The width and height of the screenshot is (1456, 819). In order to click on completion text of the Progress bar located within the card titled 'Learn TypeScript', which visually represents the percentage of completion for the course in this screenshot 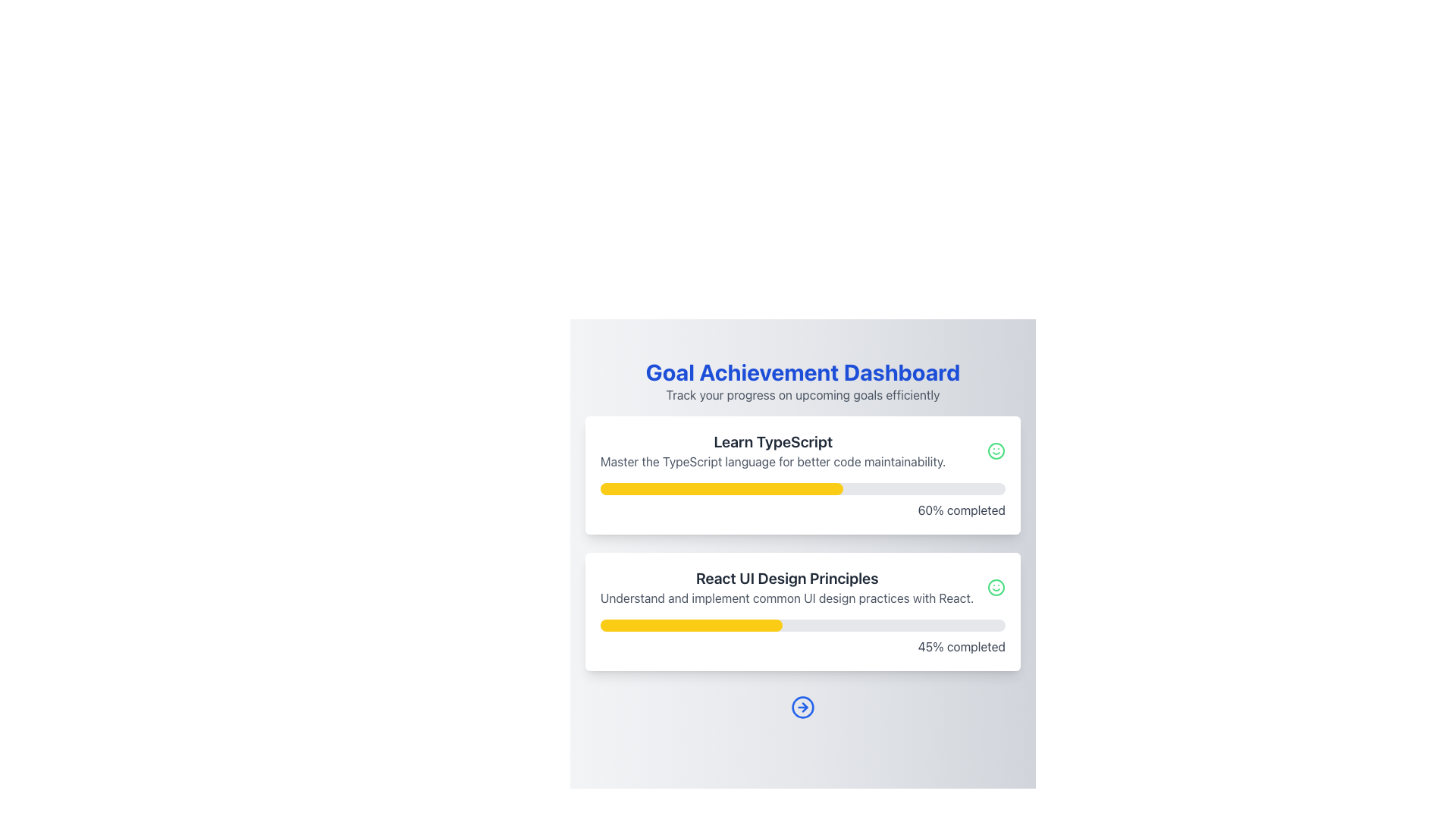, I will do `click(802, 500)`.